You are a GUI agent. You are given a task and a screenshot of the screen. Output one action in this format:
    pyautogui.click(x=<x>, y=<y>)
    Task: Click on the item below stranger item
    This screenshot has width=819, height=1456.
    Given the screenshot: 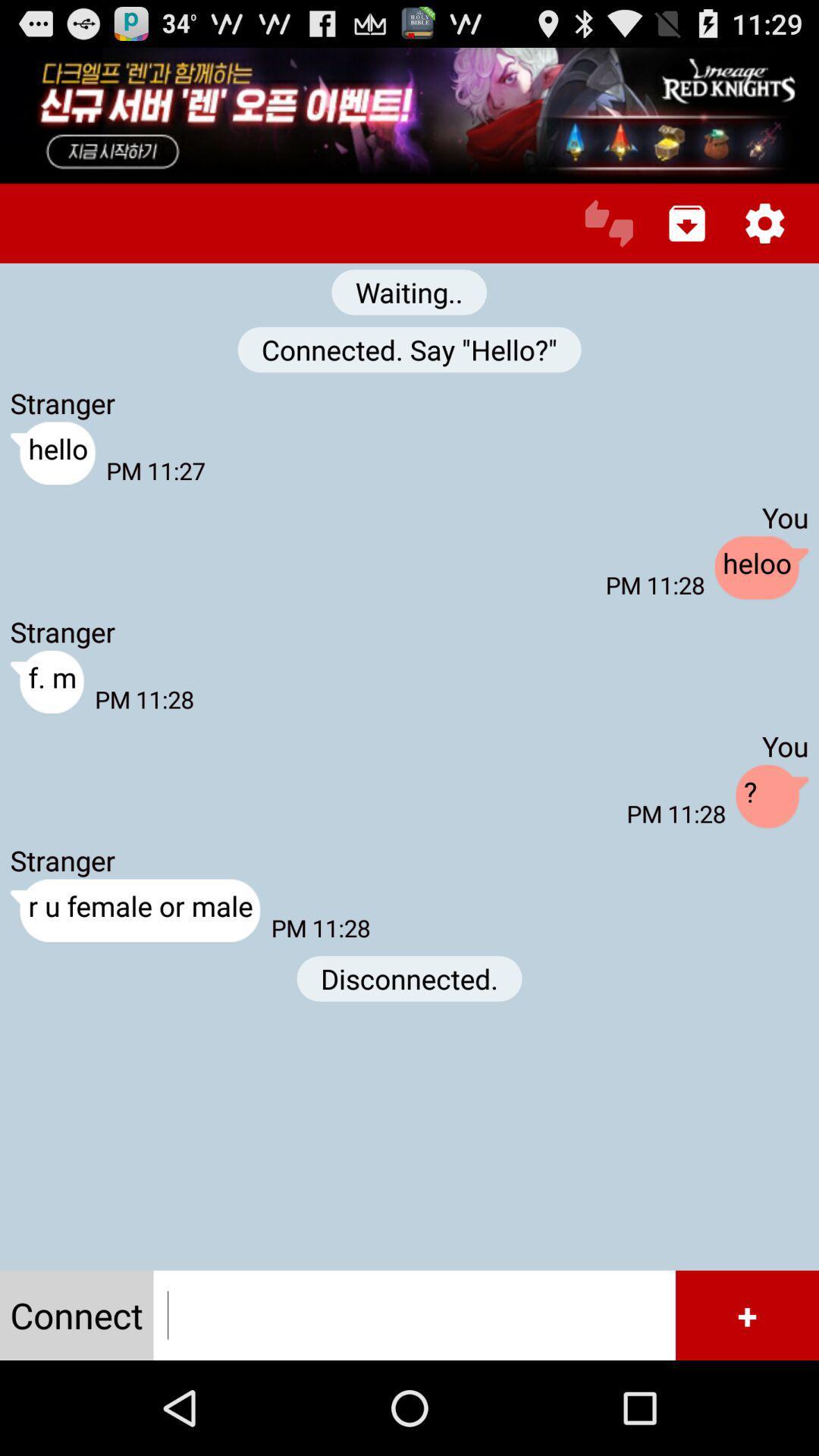 What is the action you would take?
    pyautogui.click(x=46, y=682)
    